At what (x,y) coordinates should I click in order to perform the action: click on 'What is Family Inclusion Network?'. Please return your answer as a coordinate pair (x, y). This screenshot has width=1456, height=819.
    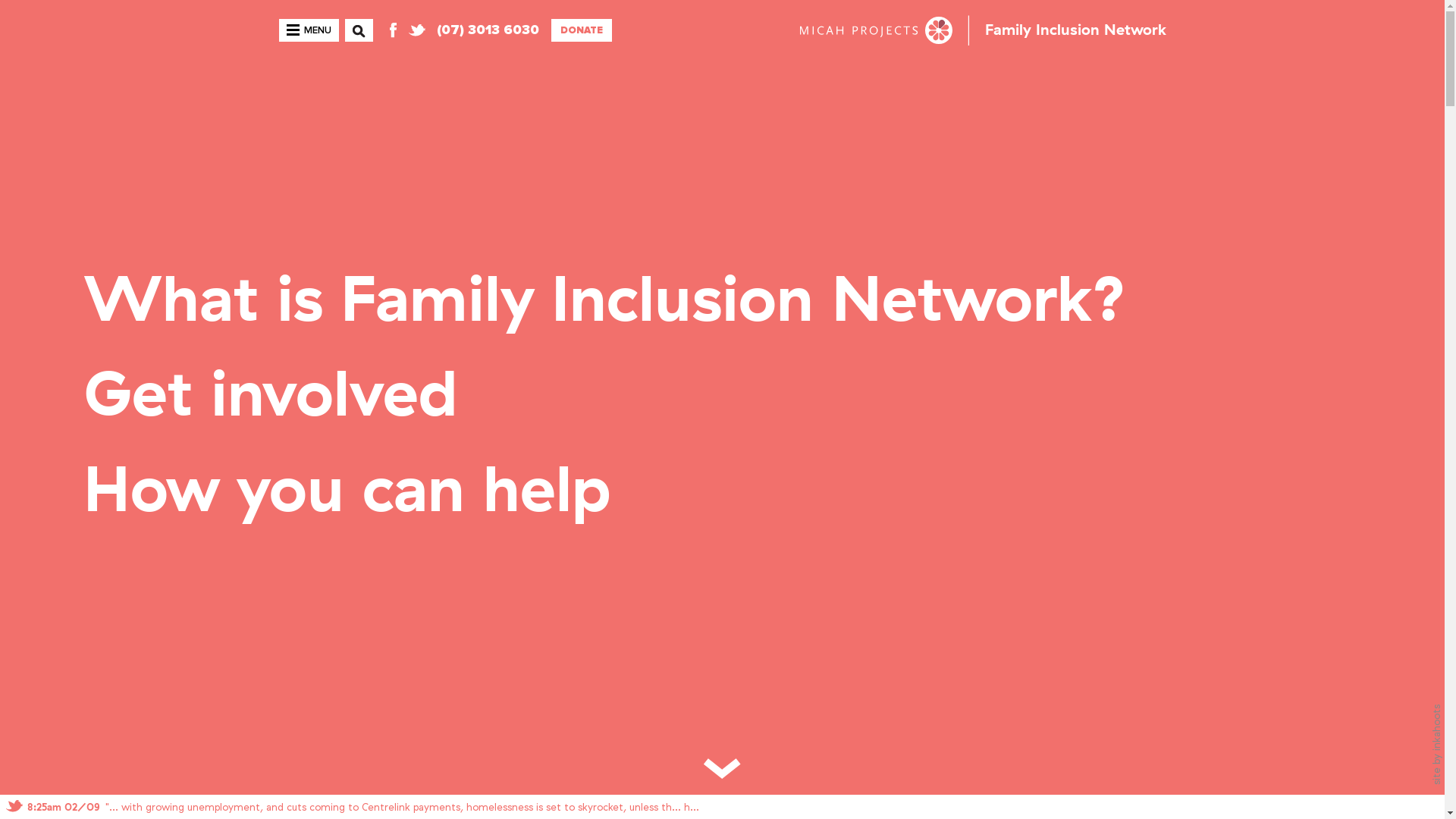
    Looking at the image, I should click on (604, 301).